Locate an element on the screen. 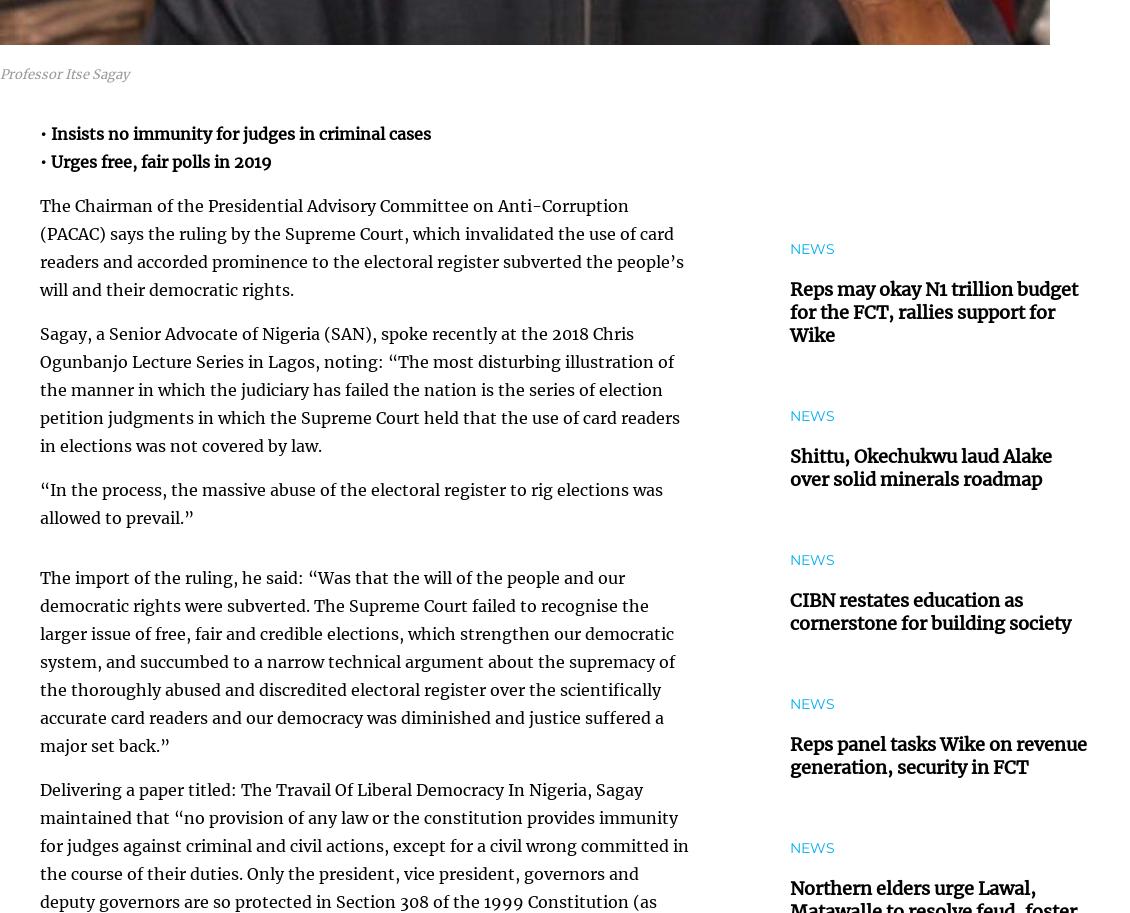  'Professor Itse Sagay' is located at coordinates (64, 73).